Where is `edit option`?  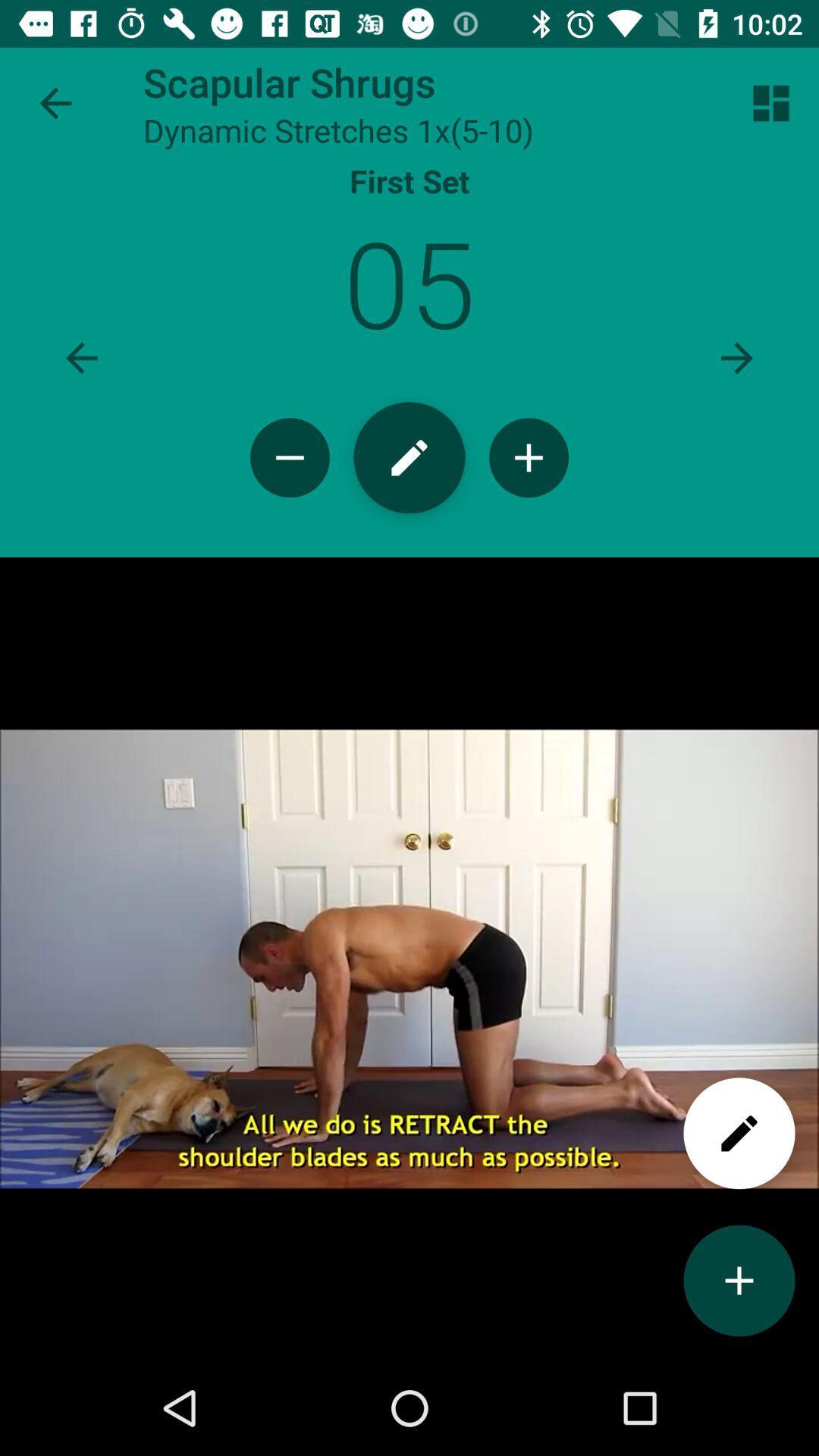
edit option is located at coordinates (409, 457).